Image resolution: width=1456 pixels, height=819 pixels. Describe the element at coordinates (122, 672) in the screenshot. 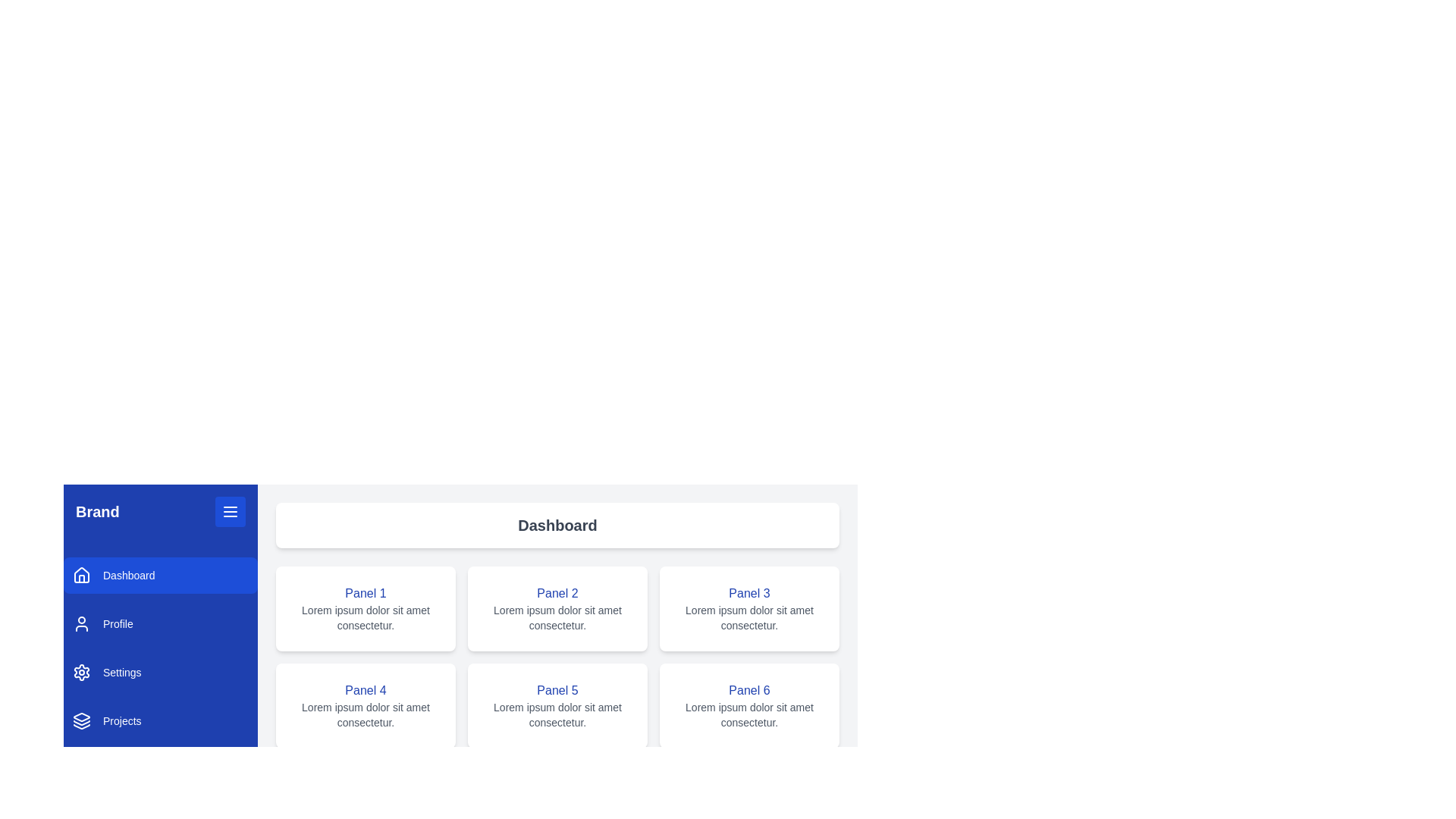

I see `the 'Settings' text label in the sidebar menu, which is styled in a small sans-serif font and associated with a gear icon for configuration` at that location.